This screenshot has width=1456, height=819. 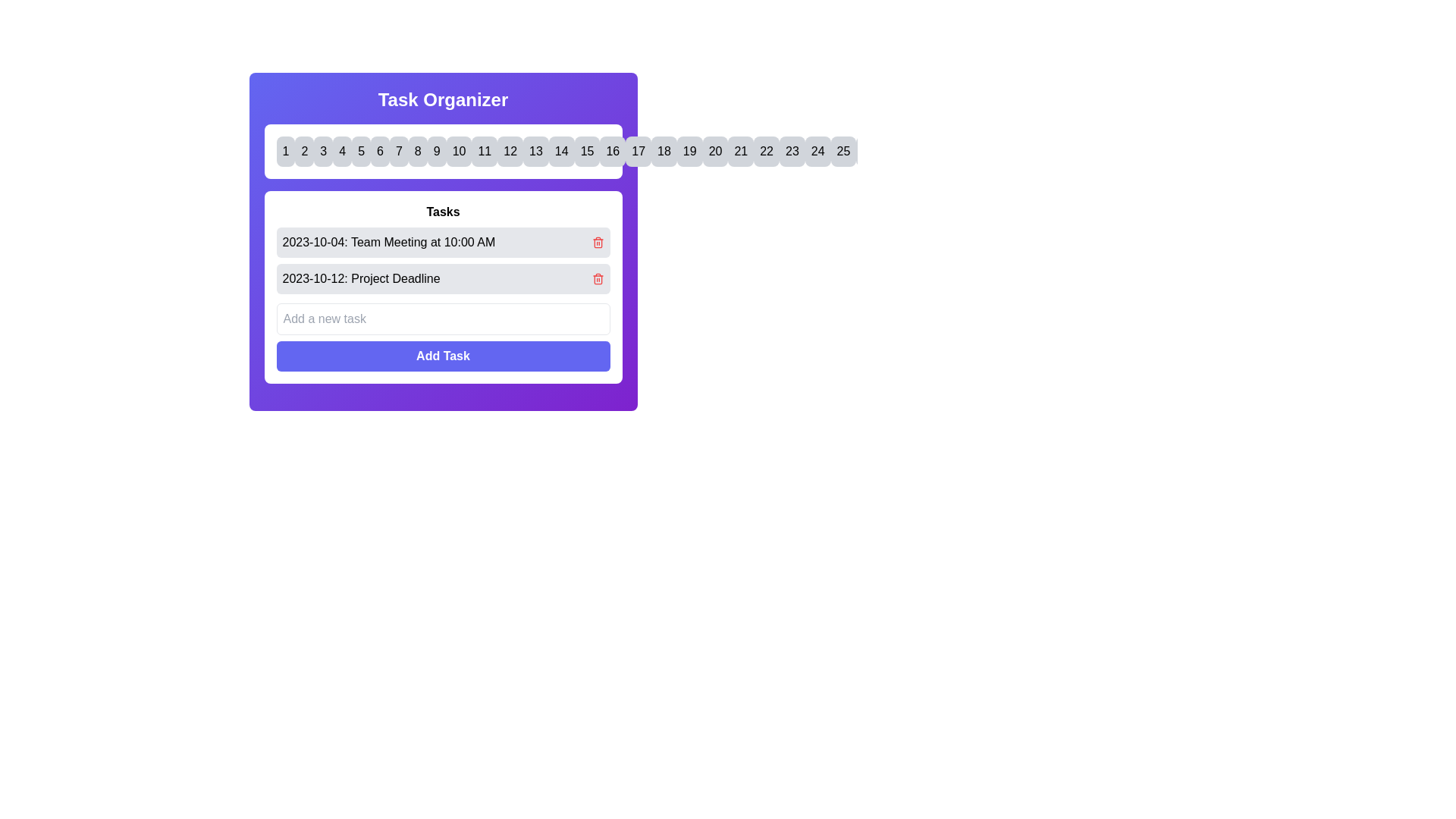 I want to click on the 16th button, so click(x=613, y=152).